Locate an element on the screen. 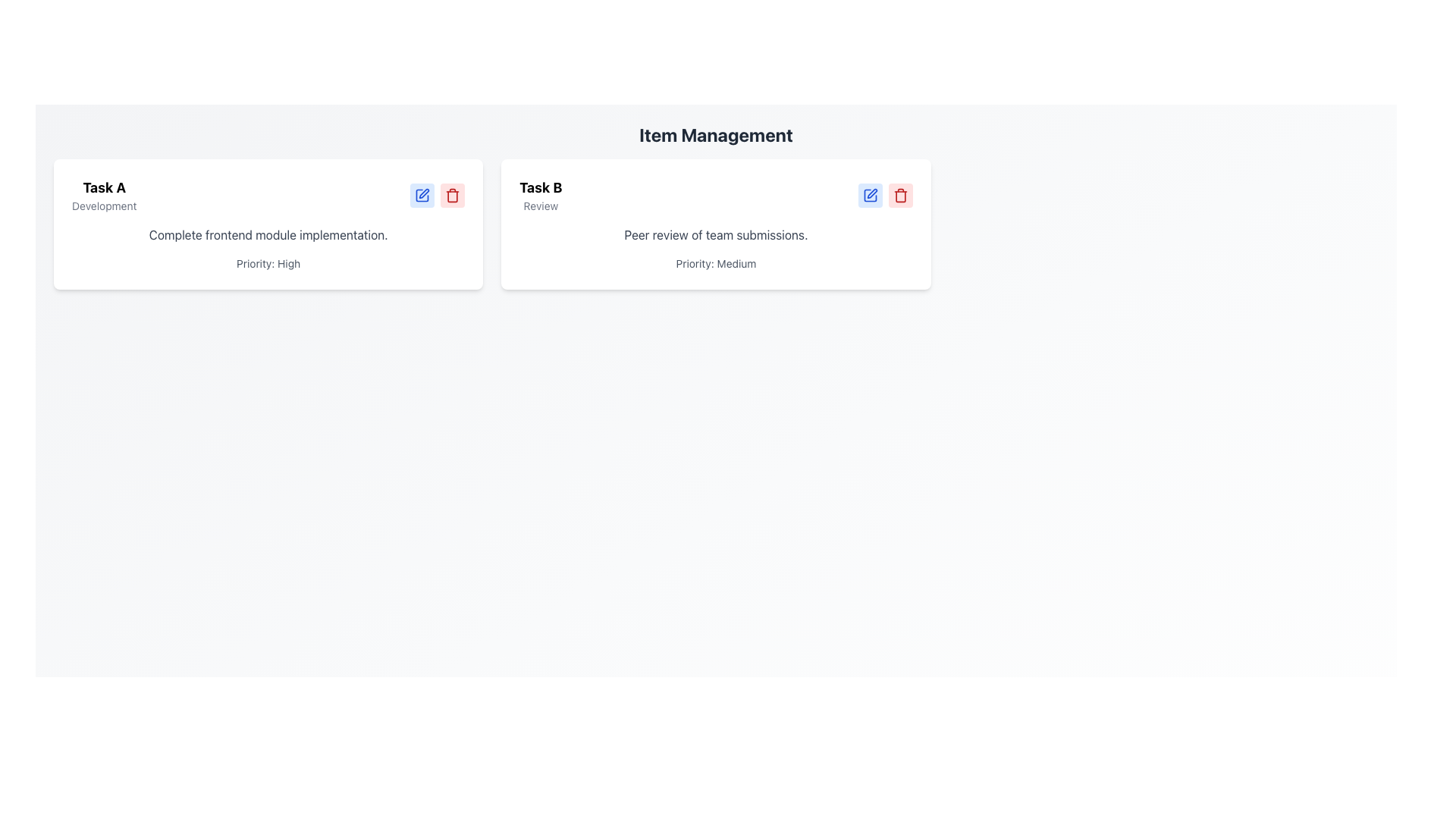 Image resolution: width=1456 pixels, height=819 pixels. the second Interactive Card in the grid layout is located at coordinates (715, 224).